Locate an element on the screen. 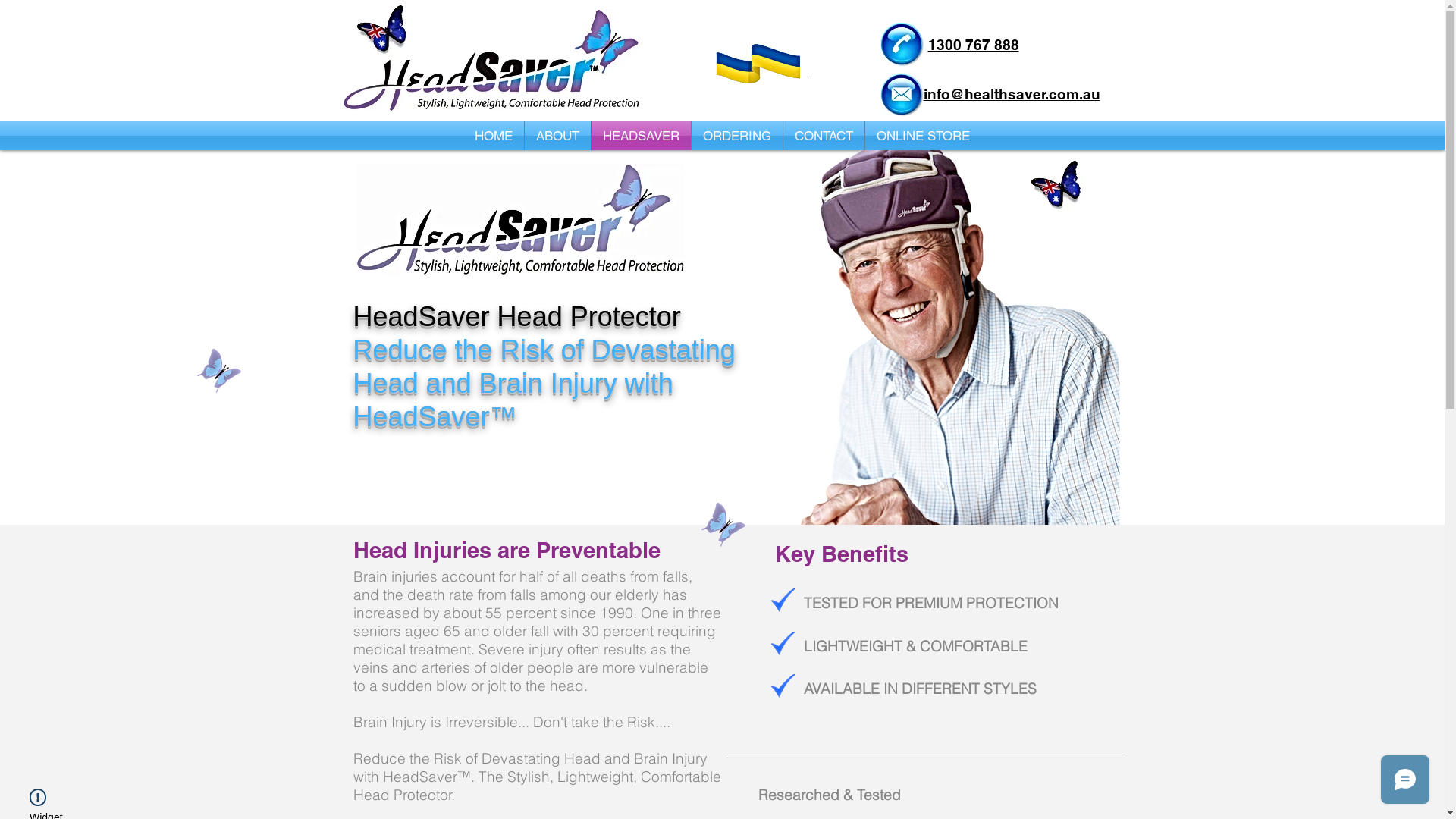  'info@healthsaver.com.au' is located at coordinates (1012, 93).